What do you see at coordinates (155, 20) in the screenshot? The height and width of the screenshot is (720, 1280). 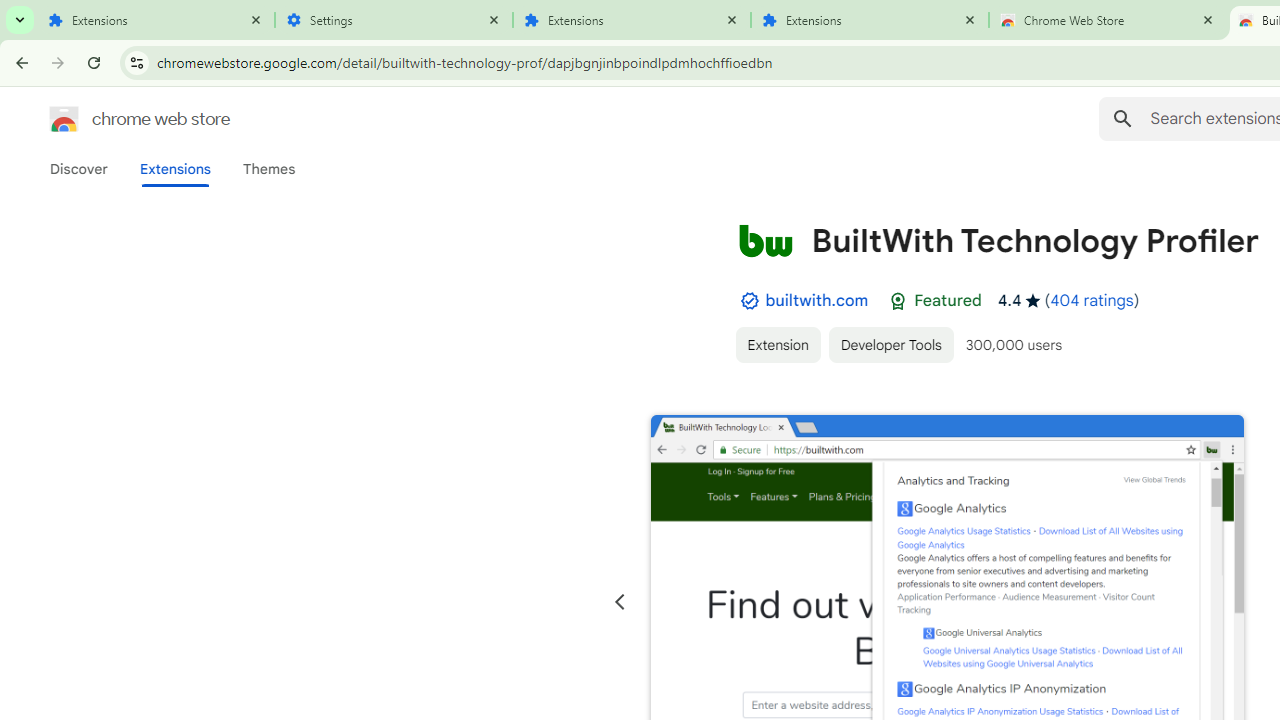 I see `'Extensions'` at bounding box center [155, 20].